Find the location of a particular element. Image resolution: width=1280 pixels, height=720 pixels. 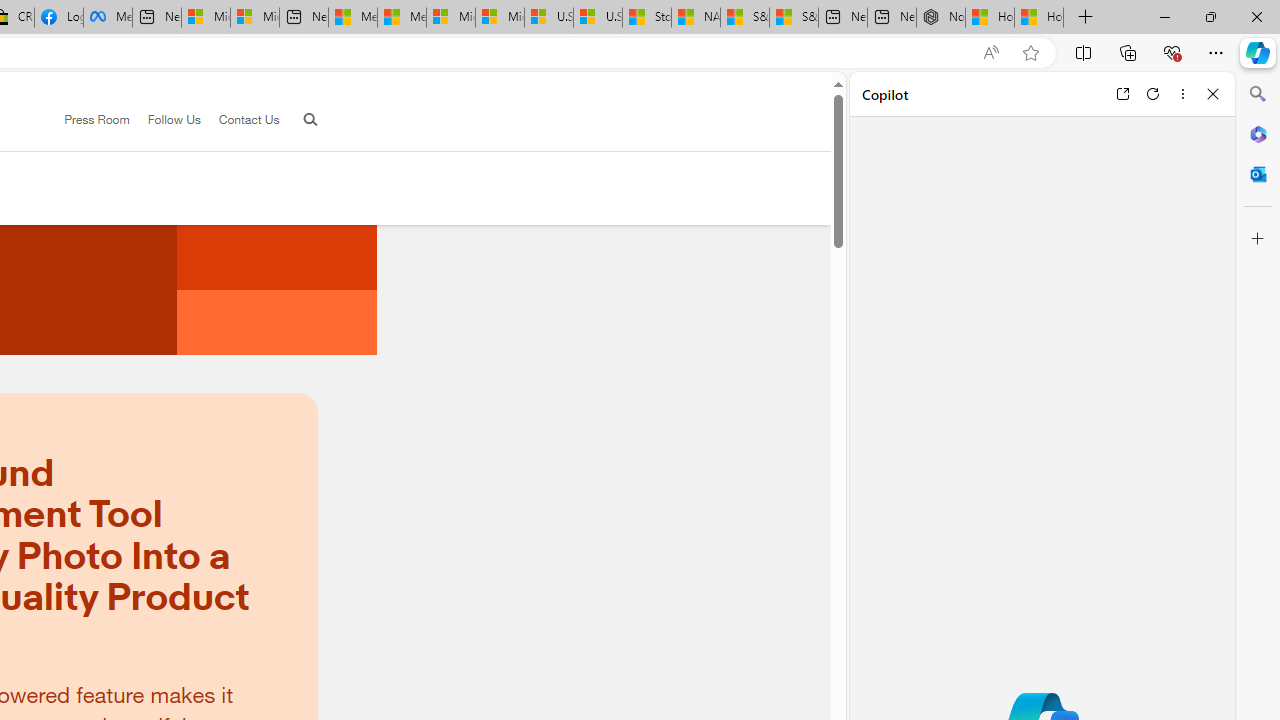

'Outlook' is located at coordinates (1257, 173).